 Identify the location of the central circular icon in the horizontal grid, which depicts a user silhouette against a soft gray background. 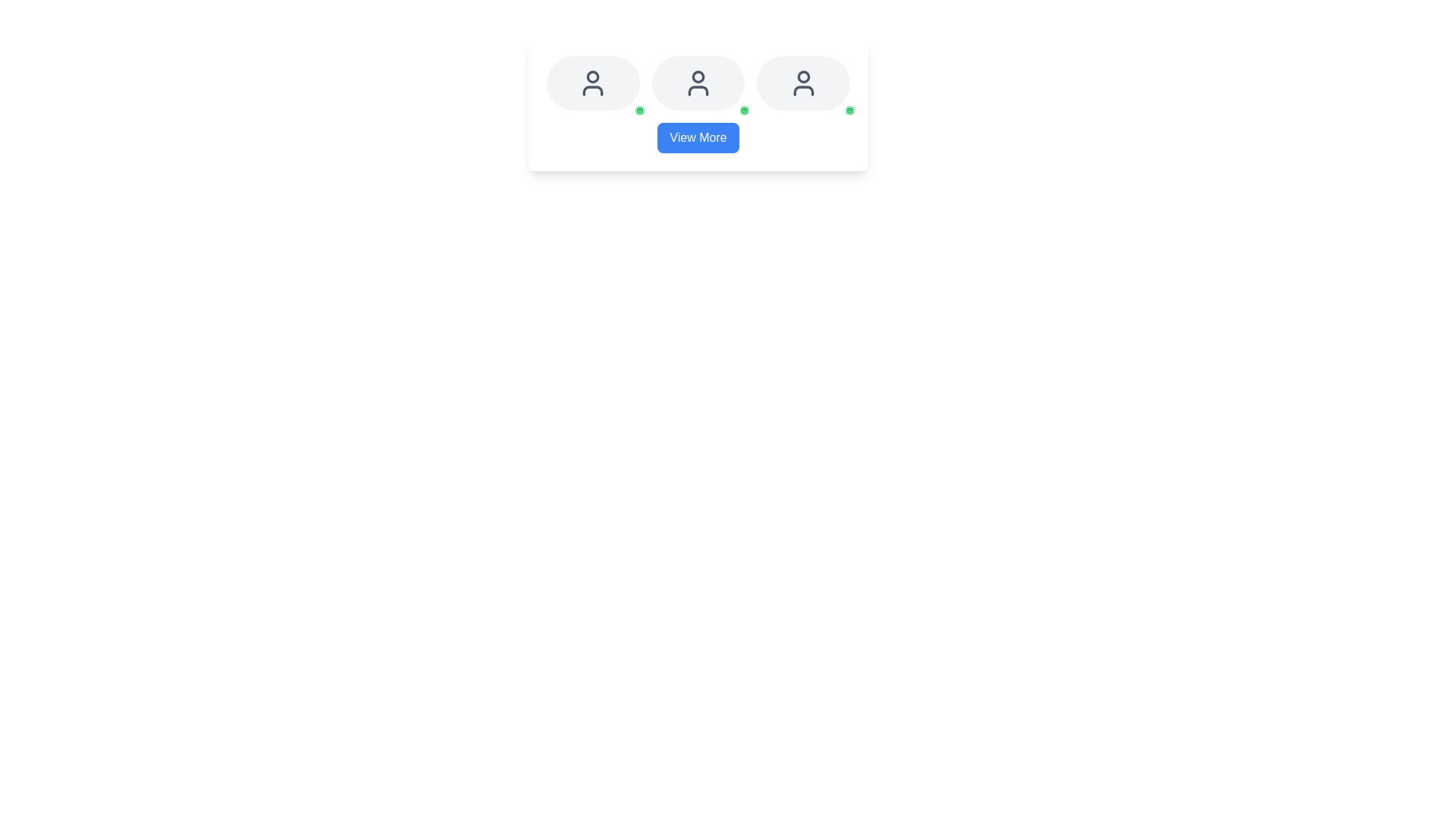
(698, 83).